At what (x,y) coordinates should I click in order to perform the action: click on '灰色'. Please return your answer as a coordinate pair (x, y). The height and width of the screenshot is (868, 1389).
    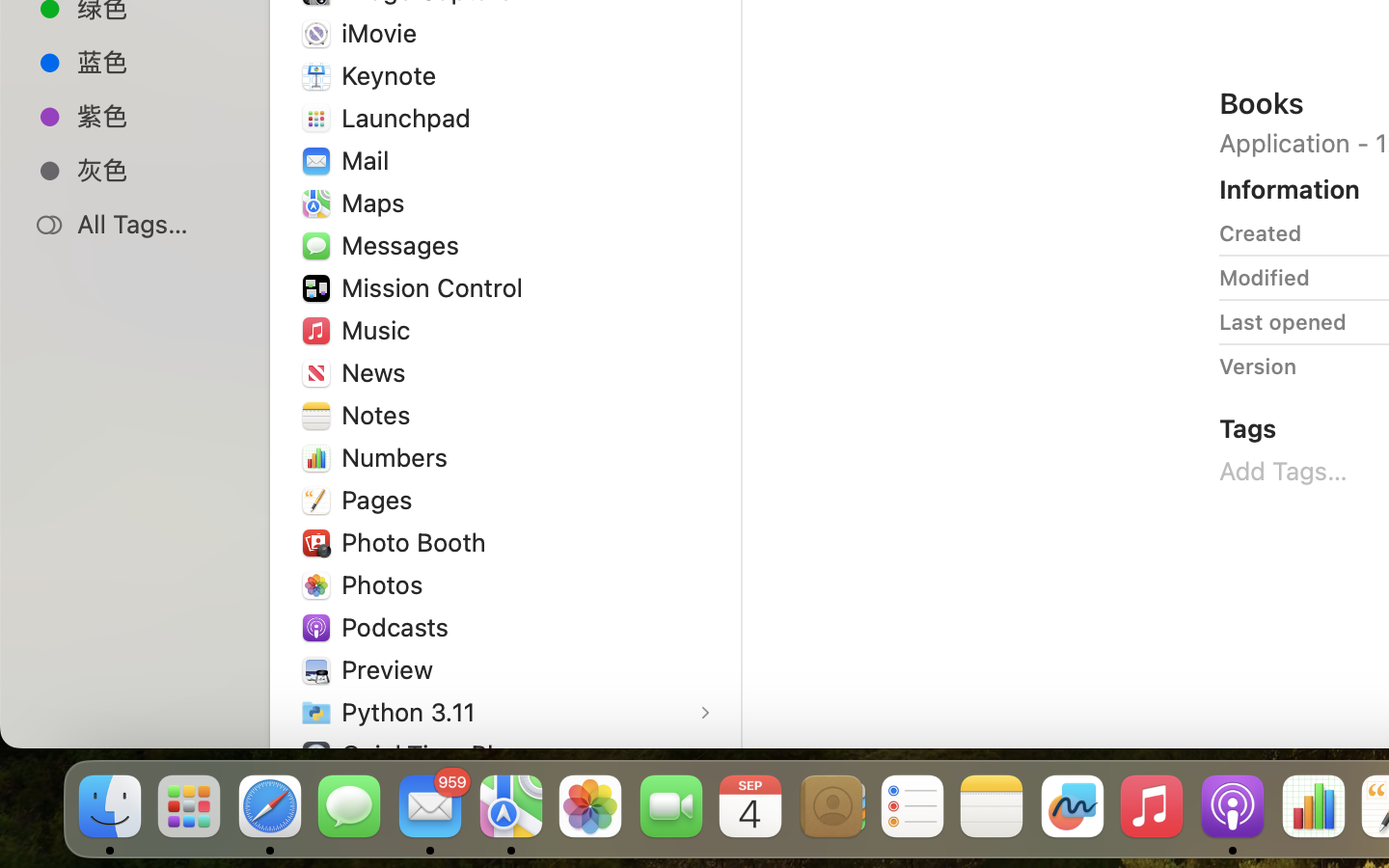
    Looking at the image, I should click on (153, 170).